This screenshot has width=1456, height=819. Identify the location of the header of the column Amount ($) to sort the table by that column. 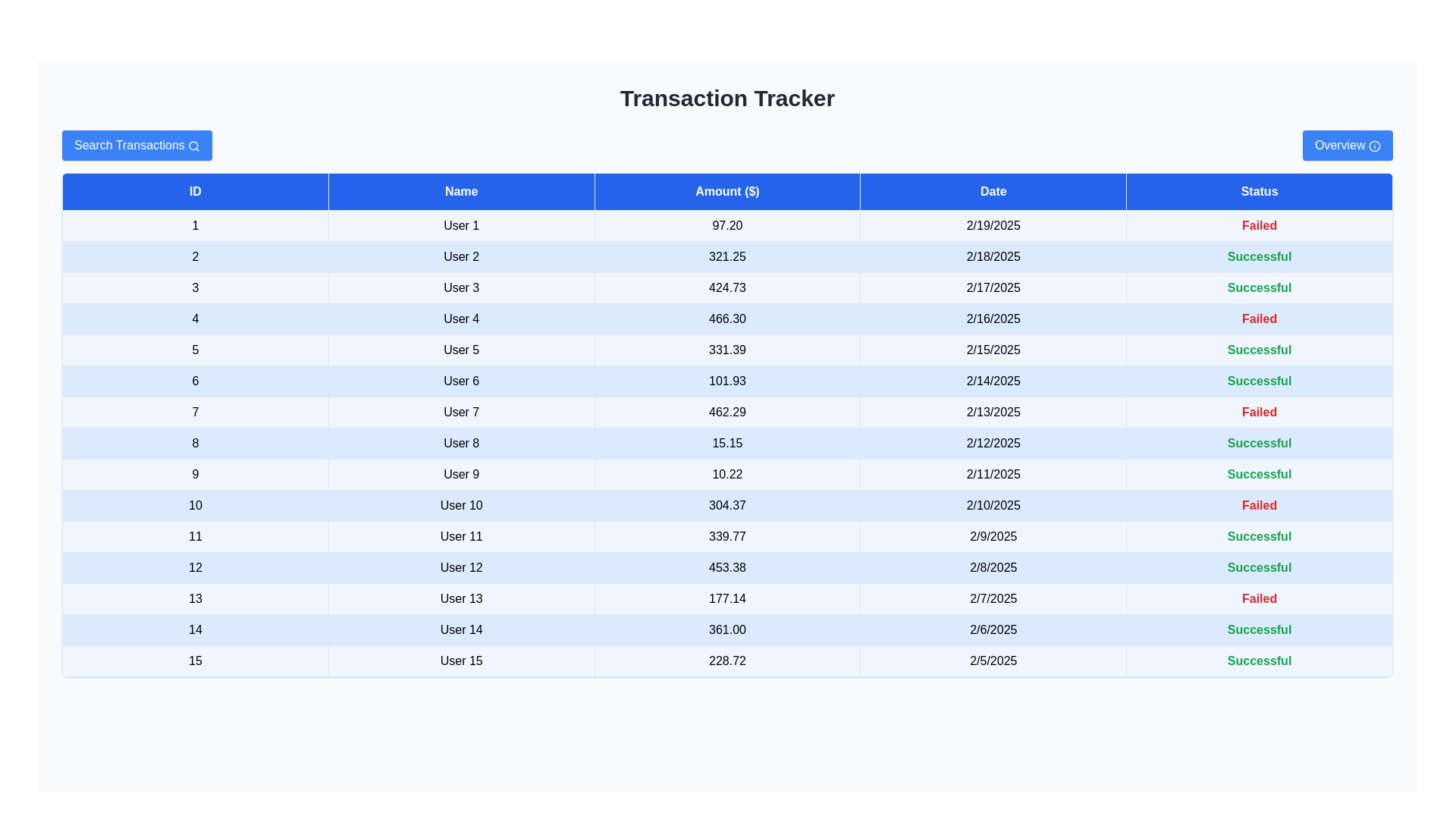
(726, 191).